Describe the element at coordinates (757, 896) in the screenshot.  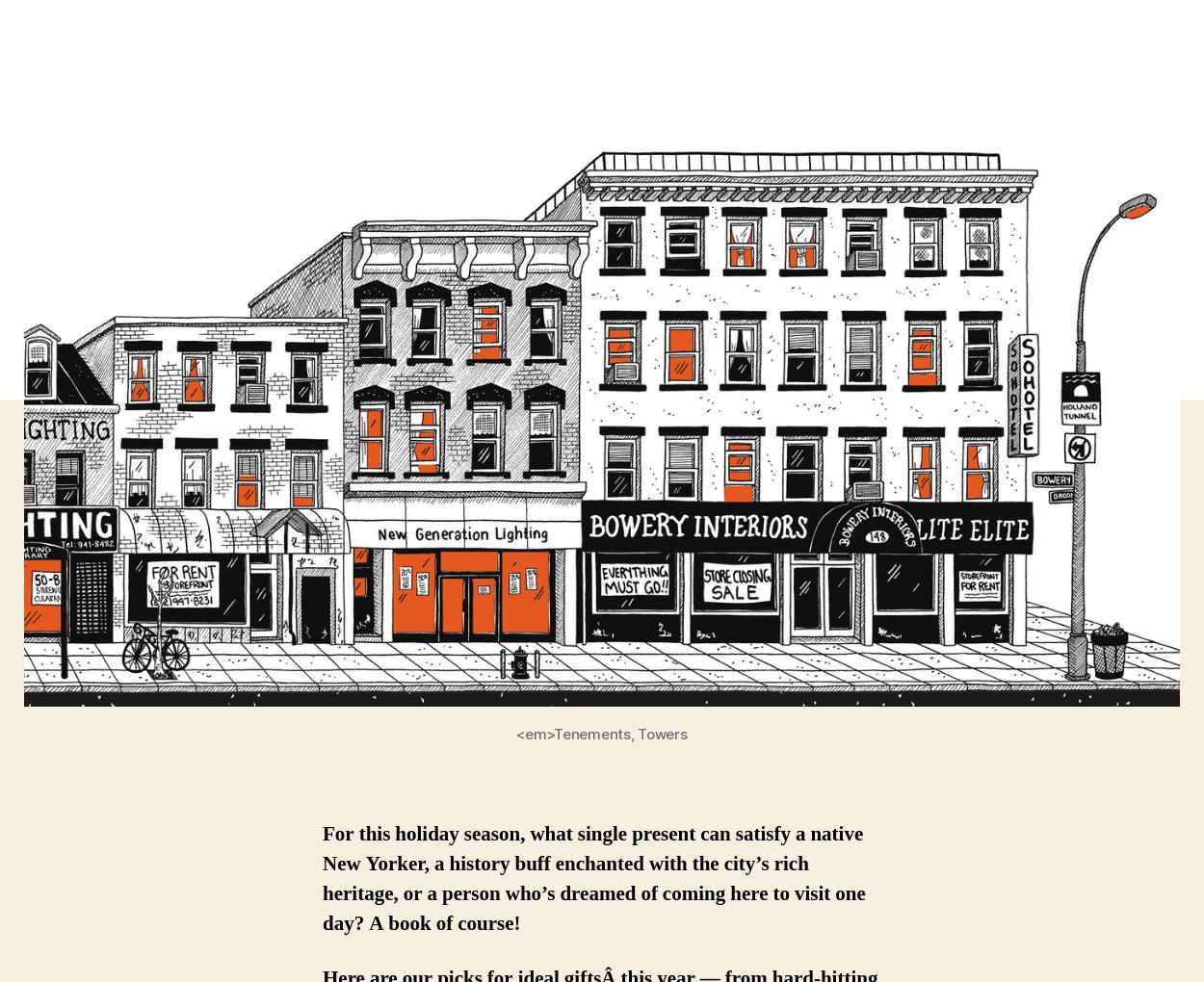
I see `'Read the book'` at that location.